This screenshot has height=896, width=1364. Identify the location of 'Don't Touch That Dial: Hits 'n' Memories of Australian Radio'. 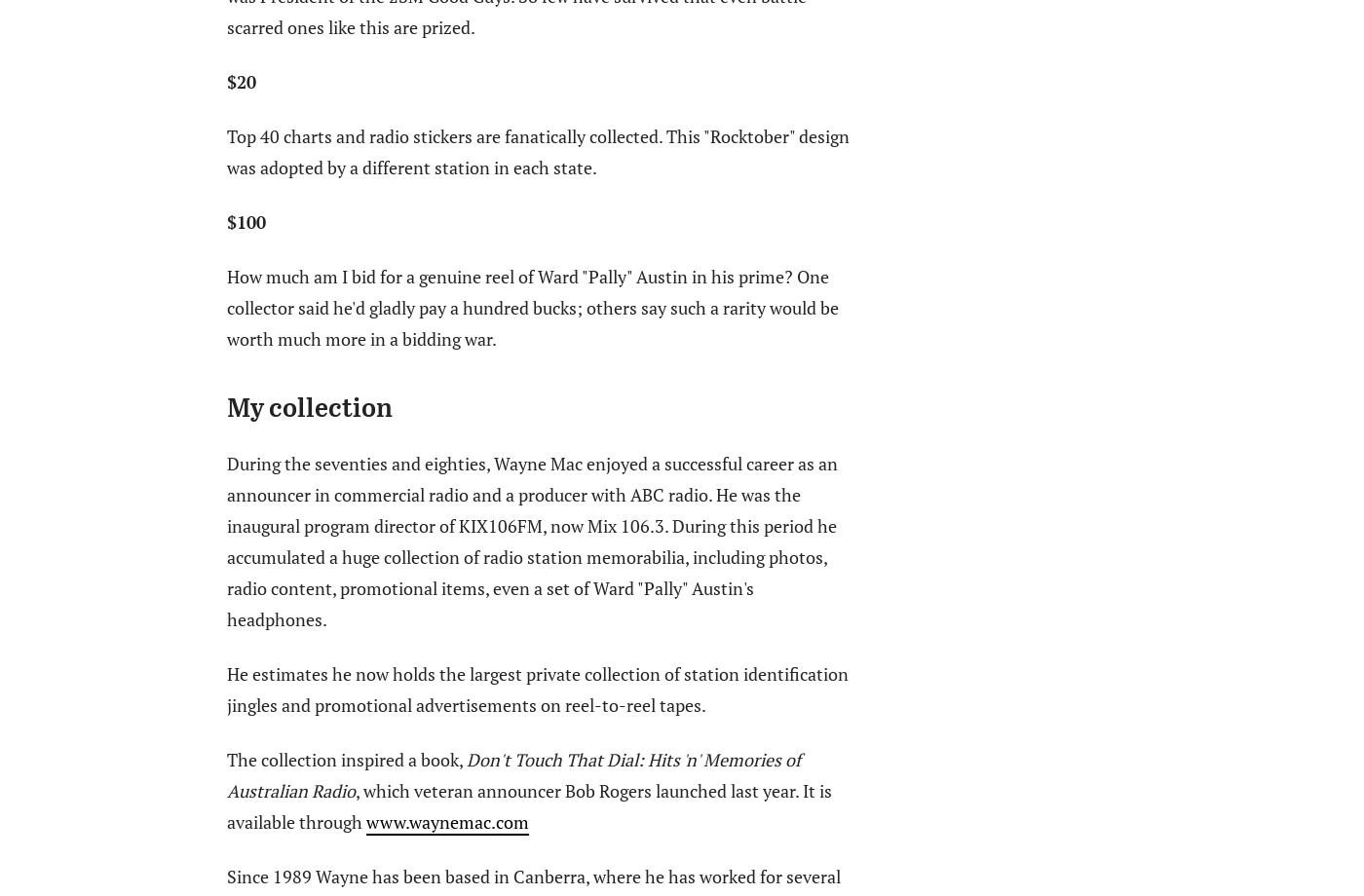
(512, 773).